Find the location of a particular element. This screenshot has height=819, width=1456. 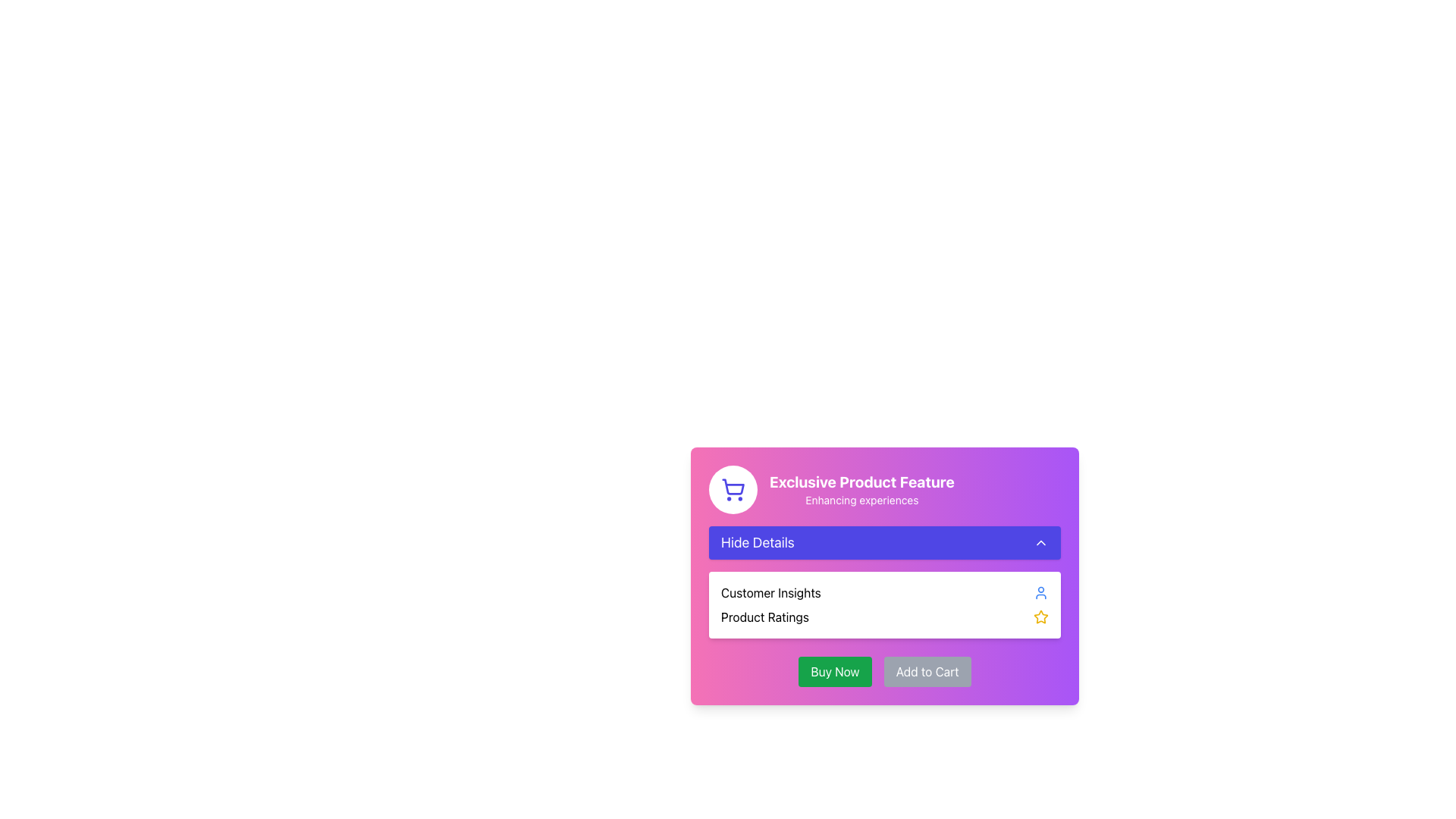

the Info Panel which provides insights and reviews, positioned below the 'Hide Details' button and above the 'Buy Now' and 'Add to Cart' buttons is located at coordinates (884, 604).